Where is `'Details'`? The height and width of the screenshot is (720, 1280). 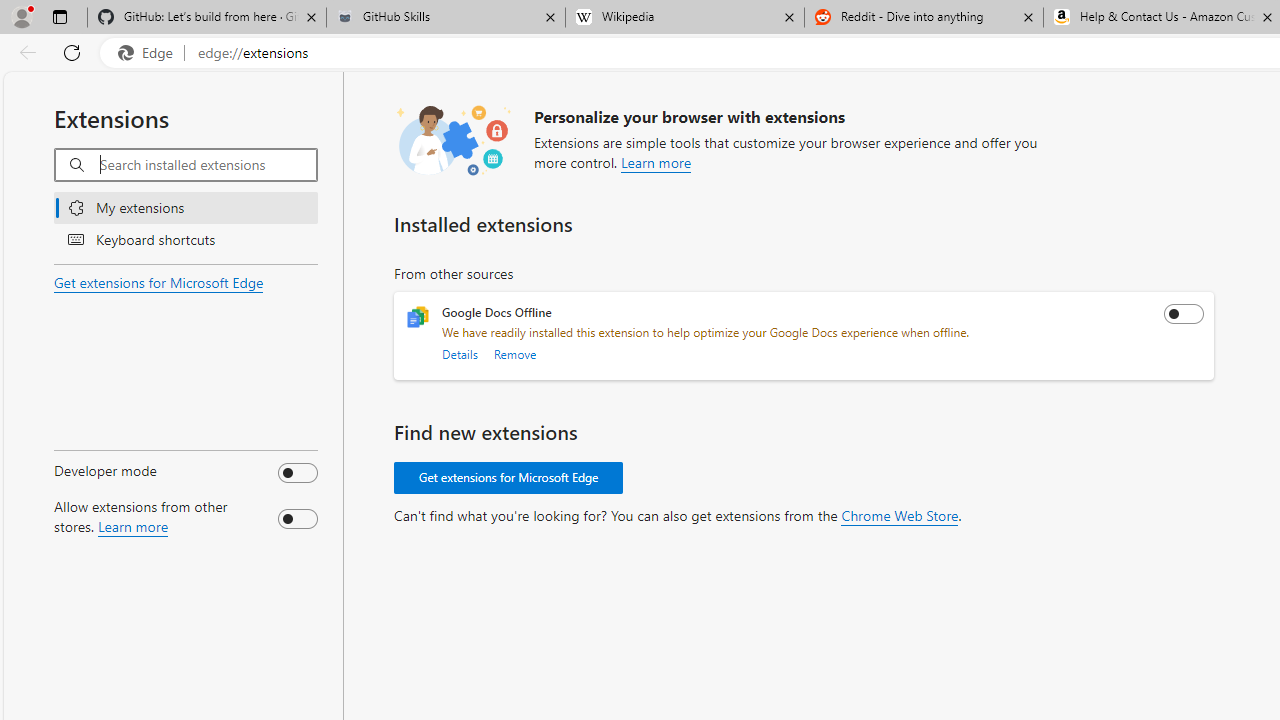 'Details' is located at coordinates (458, 353).